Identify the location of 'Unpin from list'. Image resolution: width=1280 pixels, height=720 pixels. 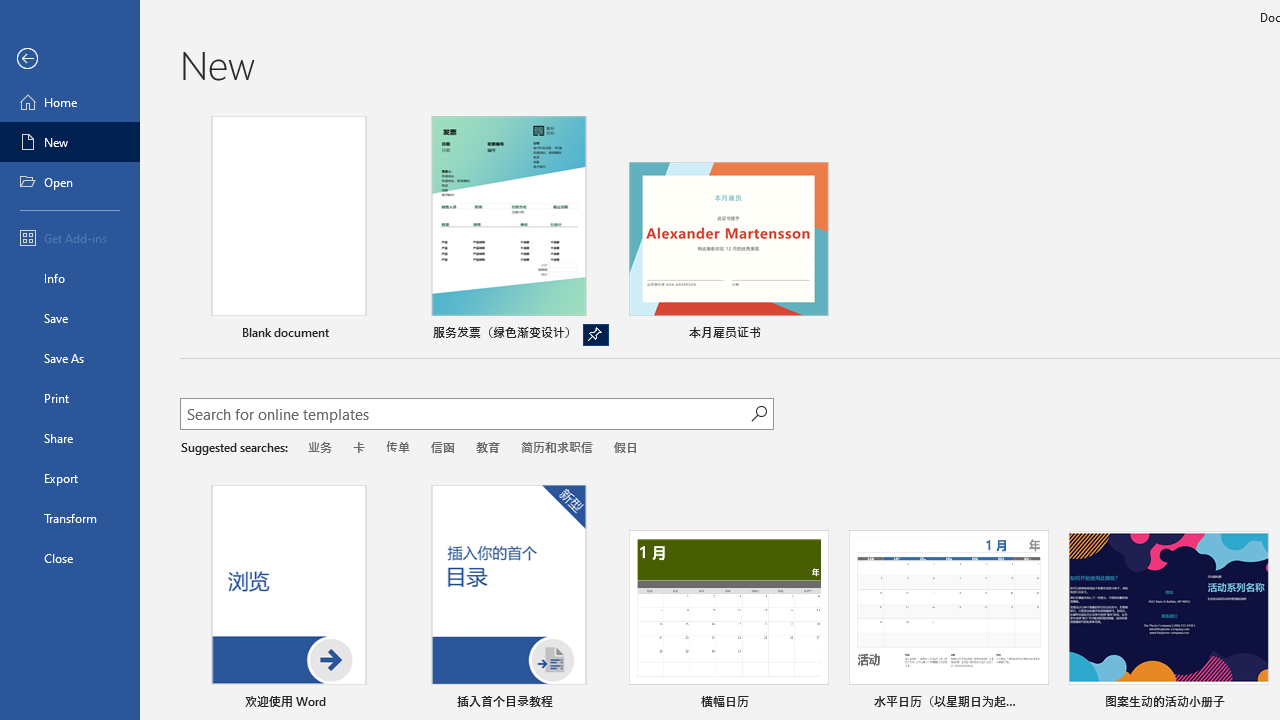
(594, 334).